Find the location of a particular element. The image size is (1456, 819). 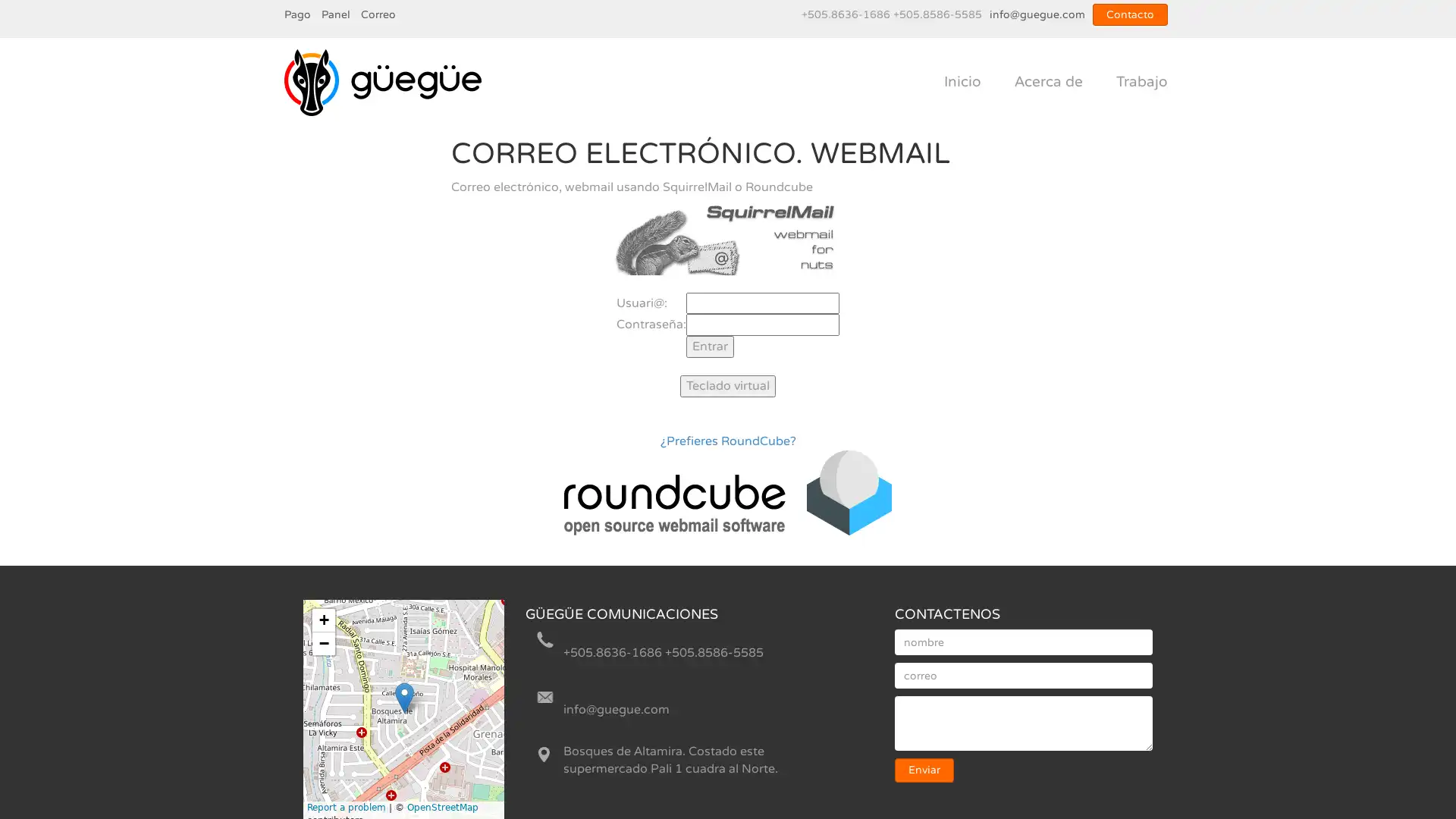

Contacto is located at coordinates (1130, 14).